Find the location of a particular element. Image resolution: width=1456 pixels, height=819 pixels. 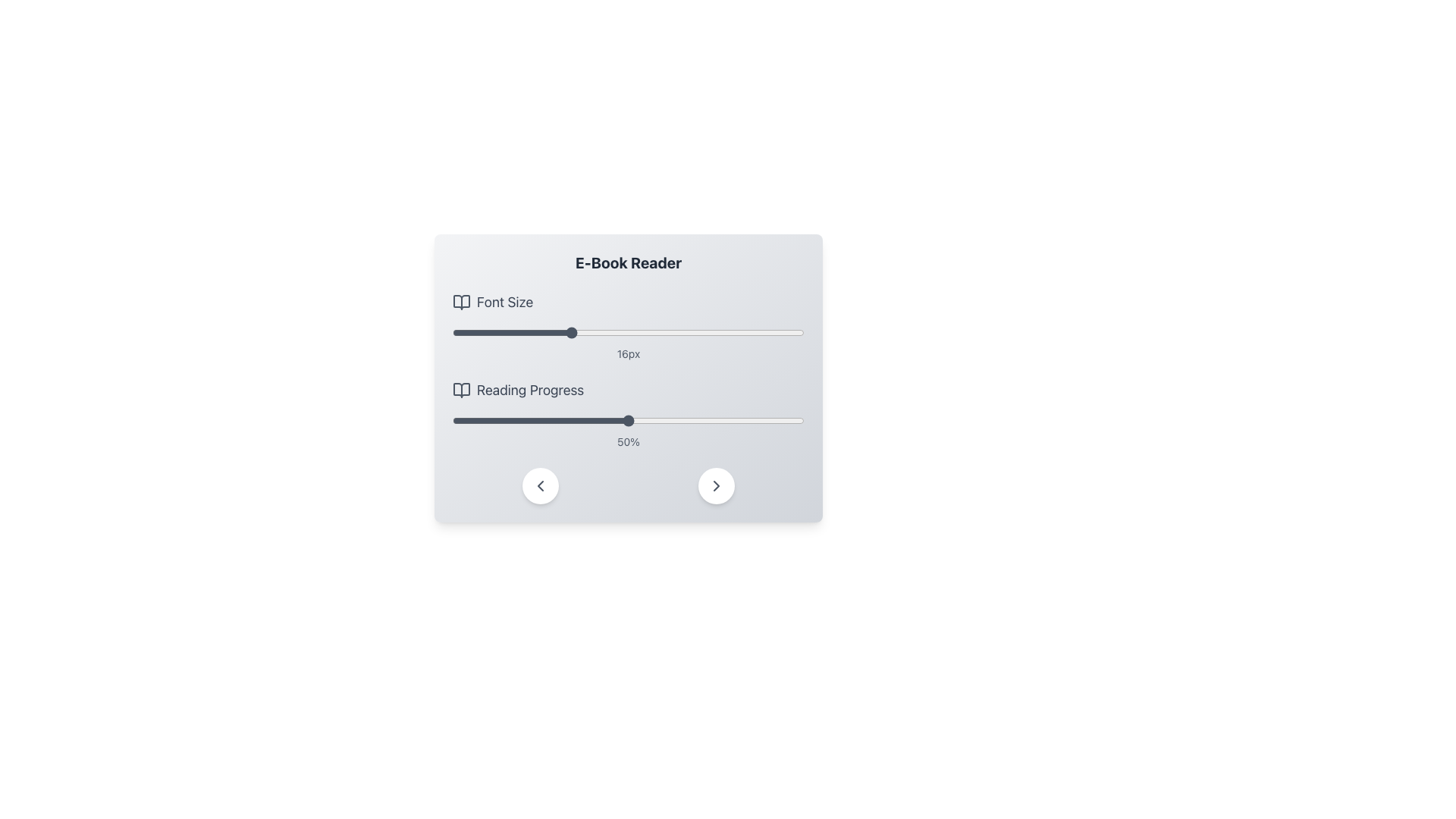

the leftward chevron icon button, which is a minimalistic arrow enclosed in a circular white background is located at coordinates (541, 485).